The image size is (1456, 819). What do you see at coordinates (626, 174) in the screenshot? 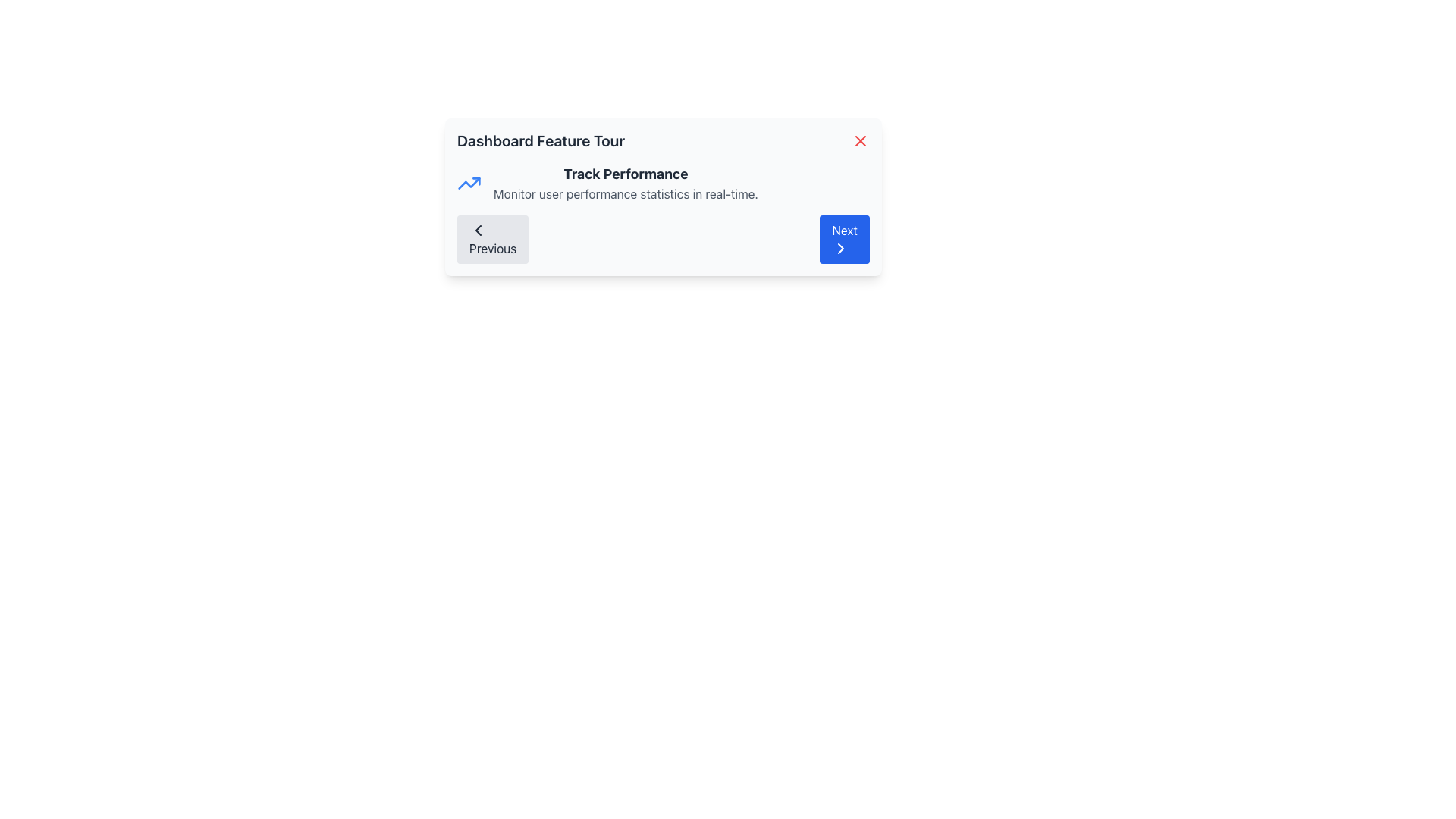
I see `the bold, large text label that reads 'Track Performance' located at the top-center of the card widget, above the smaller text describing user performance statistics` at bounding box center [626, 174].